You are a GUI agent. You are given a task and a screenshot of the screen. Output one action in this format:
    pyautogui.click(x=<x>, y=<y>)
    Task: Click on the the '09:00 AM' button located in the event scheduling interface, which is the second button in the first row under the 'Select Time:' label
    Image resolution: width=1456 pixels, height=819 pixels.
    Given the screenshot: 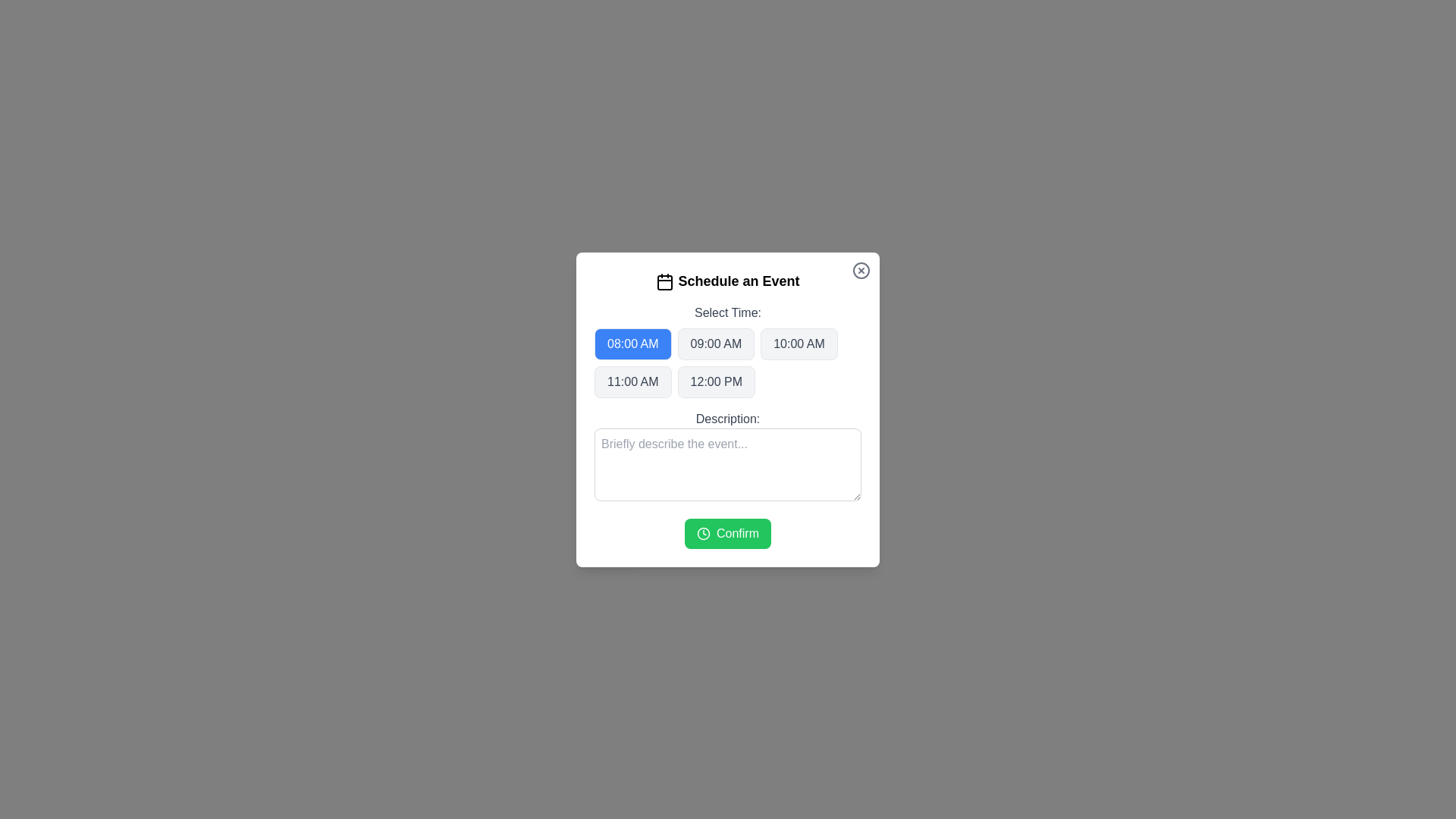 What is the action you would take?
    pyautogui.click(x=715, y=344)
    